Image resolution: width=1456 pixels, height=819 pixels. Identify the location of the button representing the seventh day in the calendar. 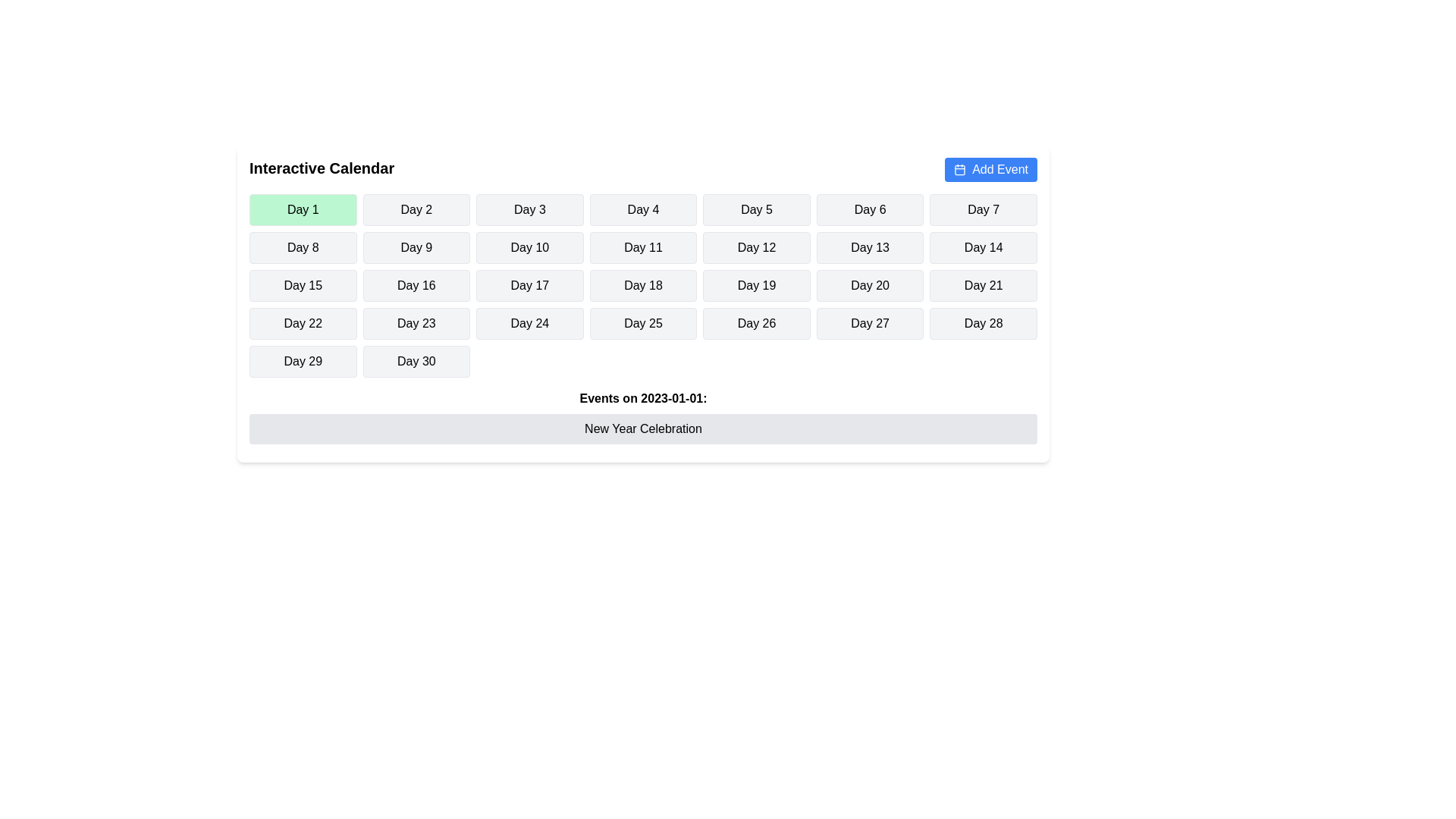
(984, 210).